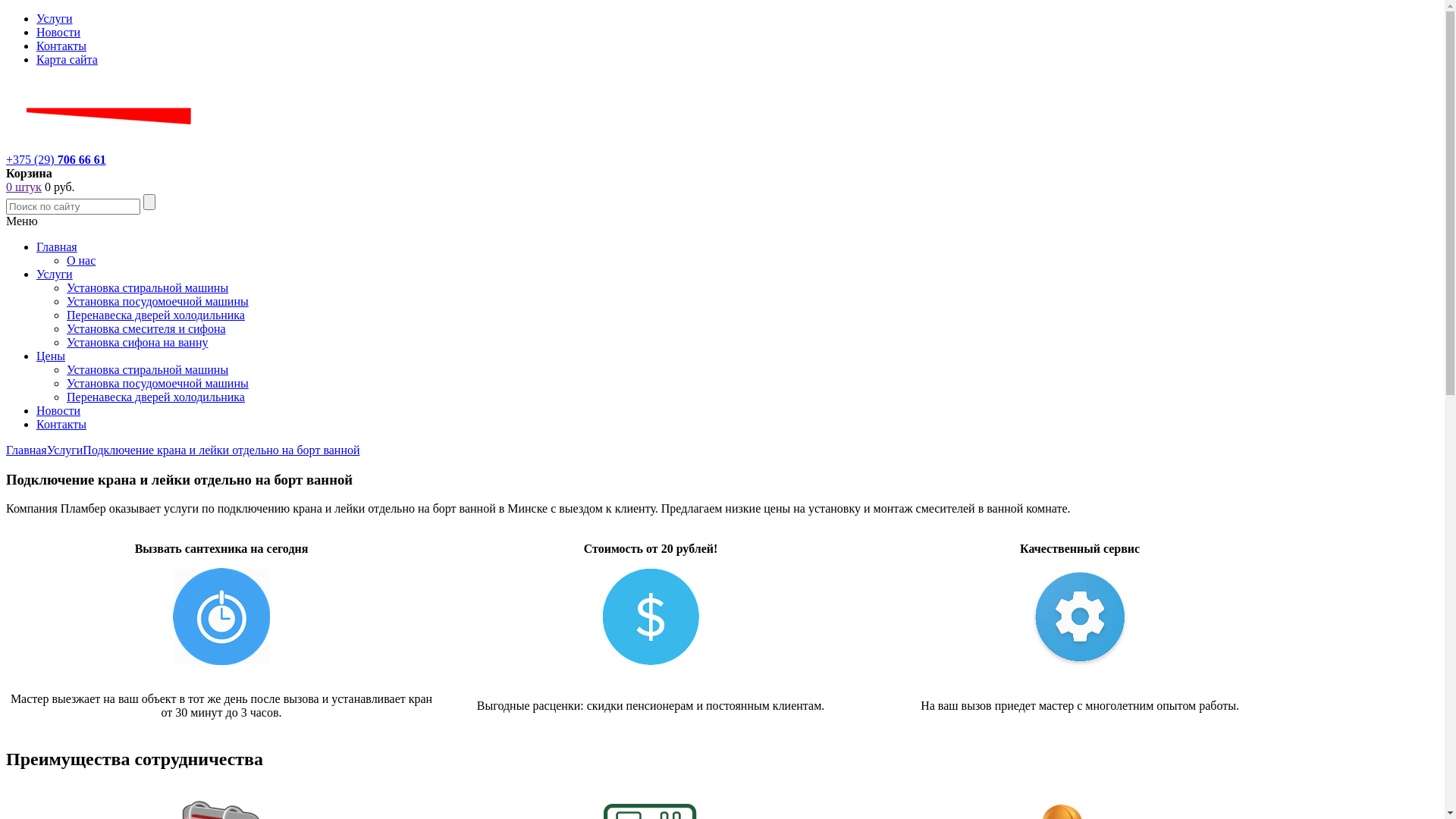 Image resolution: width=1456 pixels, height=819 pixels. What do you see at coordinates (55, 159) in the screenshot?
I see `'+375 (29) 706 66 61'` at bounding box center [55, 159].